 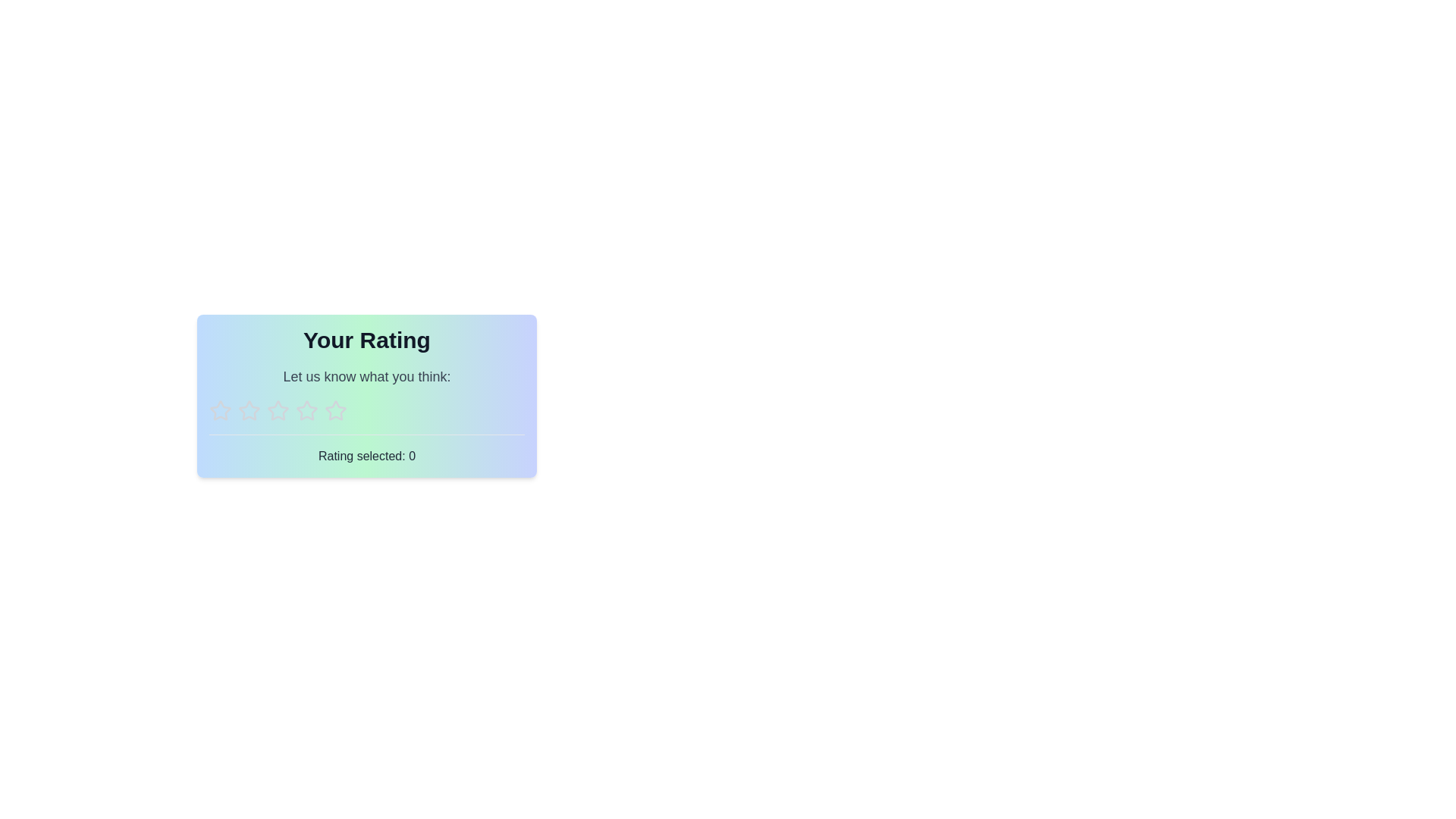 What do you see at coordinates (367, 455) in the screenshot?
I see `text displayed in the feedback area located at the bottom of the card-like structure, which shows the number of selected ratings` at bounding box center [367, 455].